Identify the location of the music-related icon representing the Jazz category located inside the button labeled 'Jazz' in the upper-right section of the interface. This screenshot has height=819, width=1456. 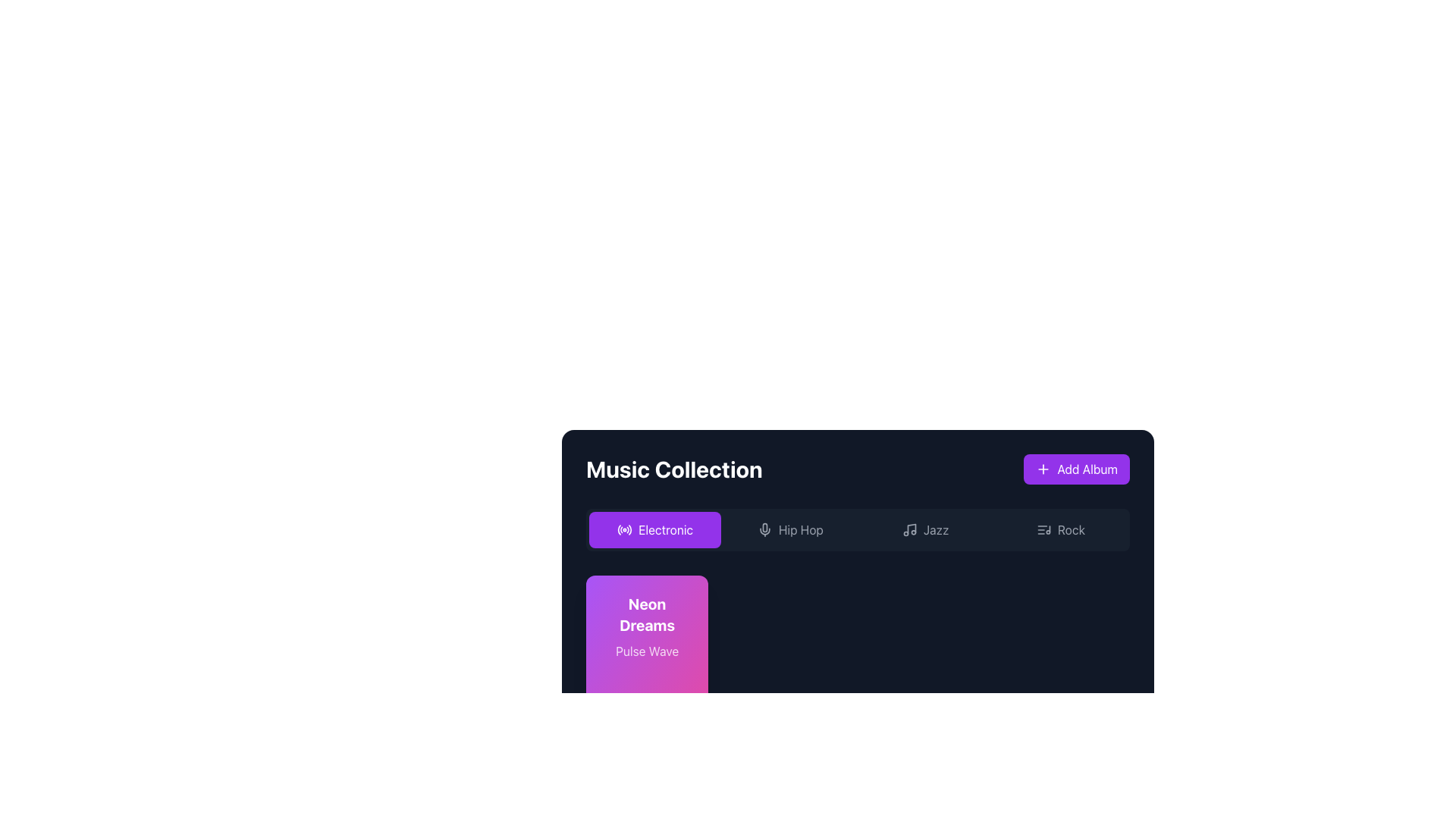
(910, 529).